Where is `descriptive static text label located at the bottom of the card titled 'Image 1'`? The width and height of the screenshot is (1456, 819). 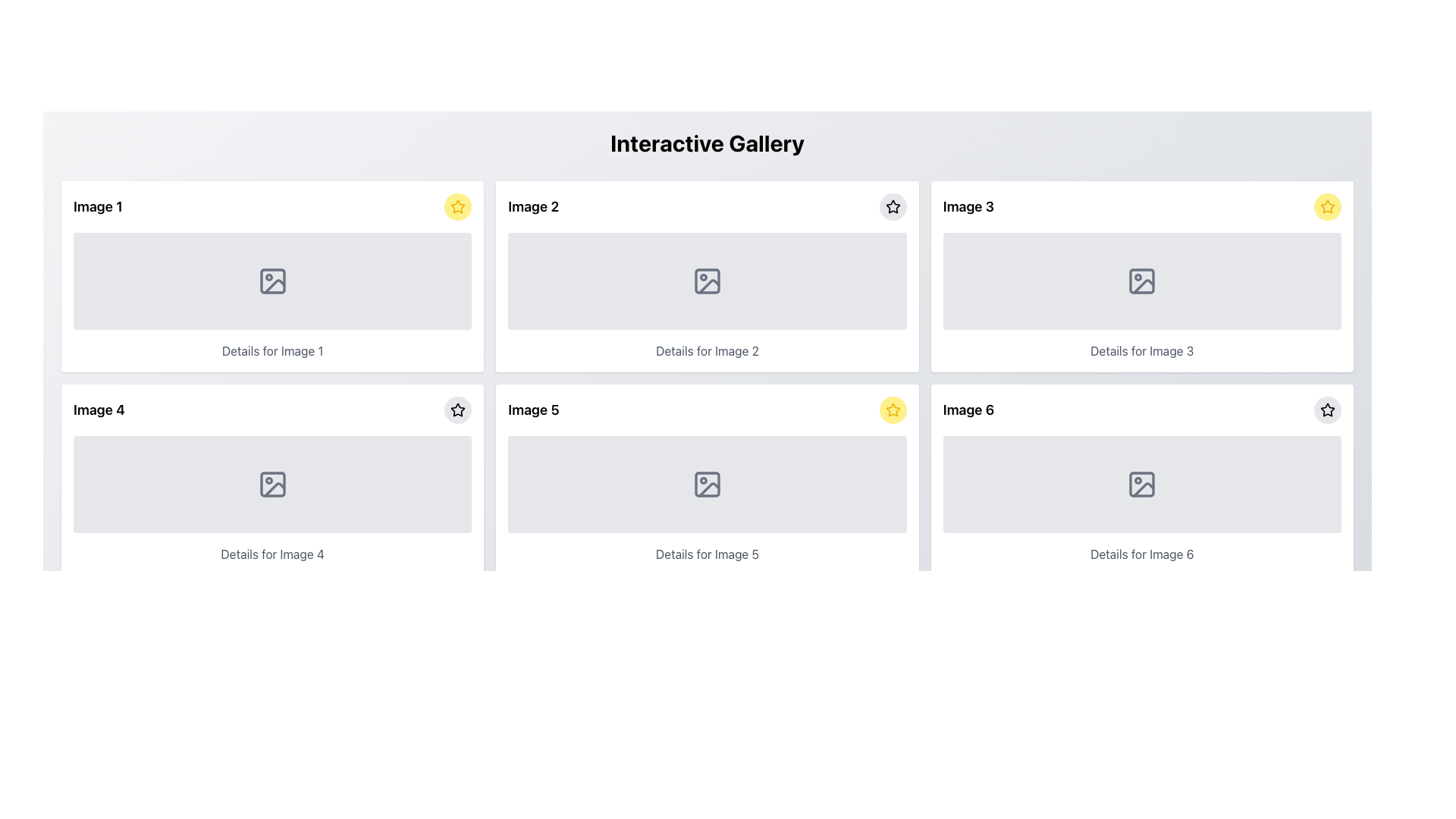
descriptive static text label located at the bottom of the card titled 'Image 1' is located at coordinates (272, 350).